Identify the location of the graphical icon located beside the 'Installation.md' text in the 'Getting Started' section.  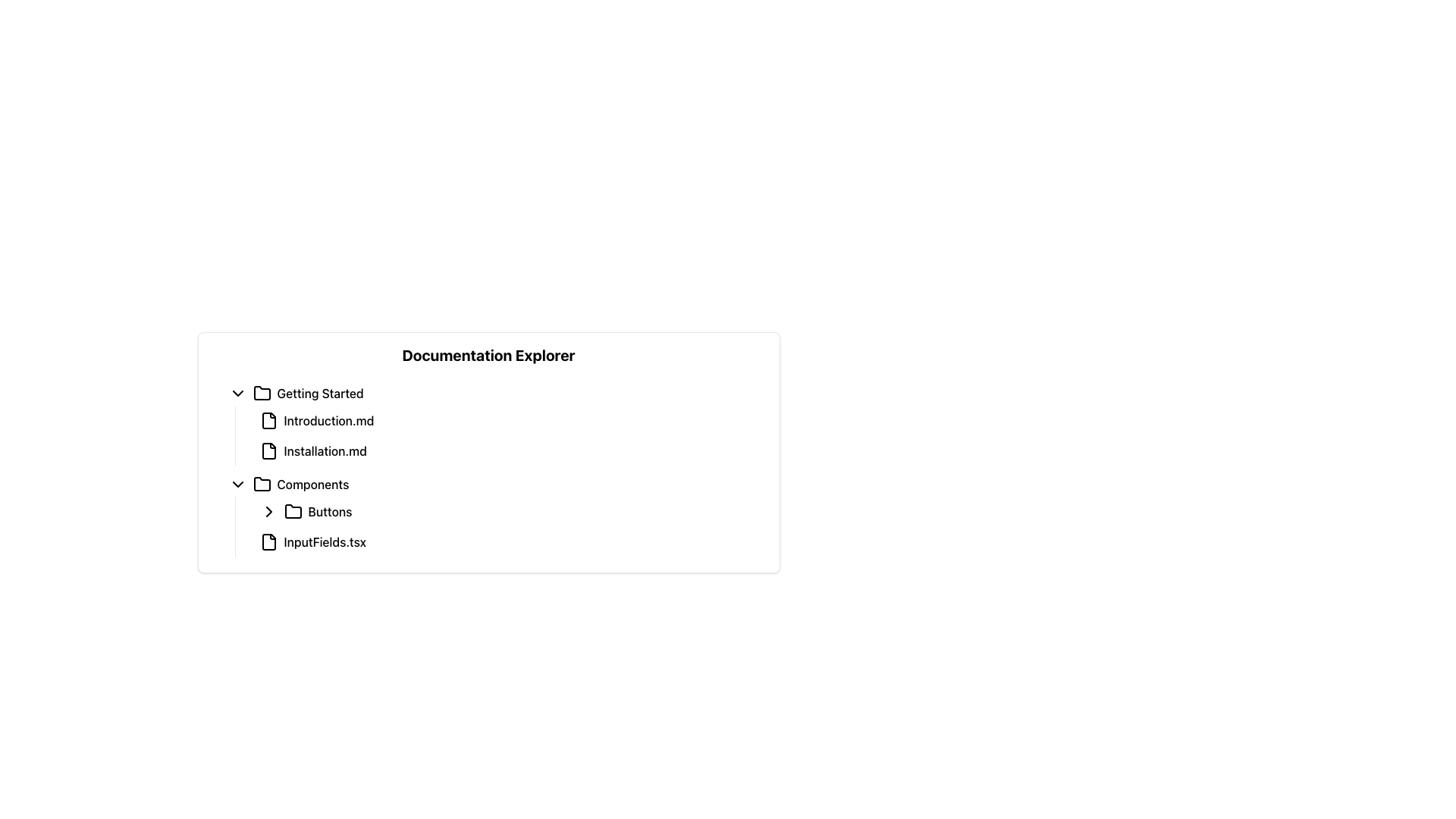
(268, 450).